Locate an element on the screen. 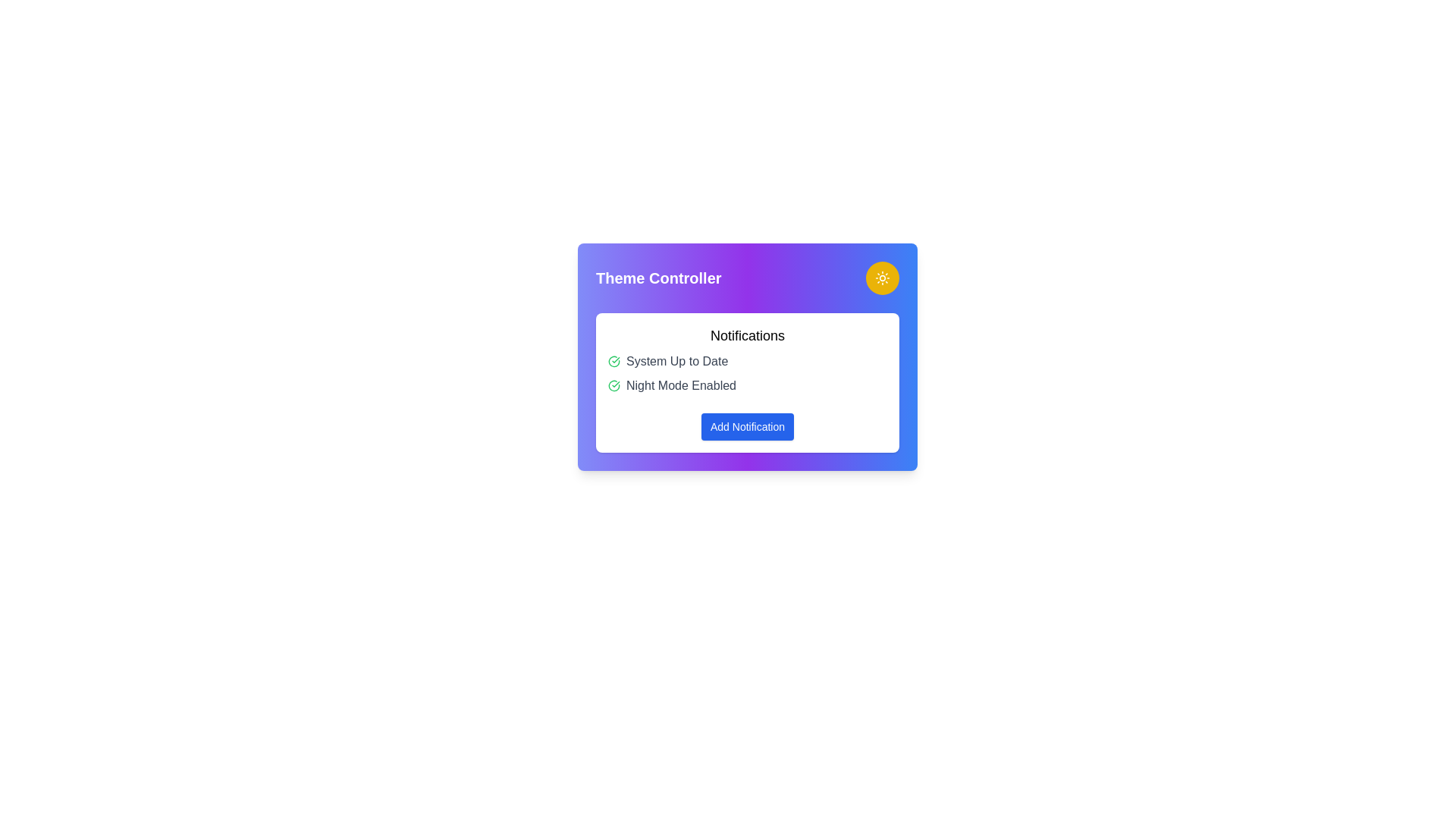 Image resolution: width=1456 pixels, height=819 pixels. the static text indicating that the night mode feature is active, which is the second item under the 'Notifications' section, located below the 'System Up to Date' message and aligned with a green checkmark icon is located at coordinates (680, 385).